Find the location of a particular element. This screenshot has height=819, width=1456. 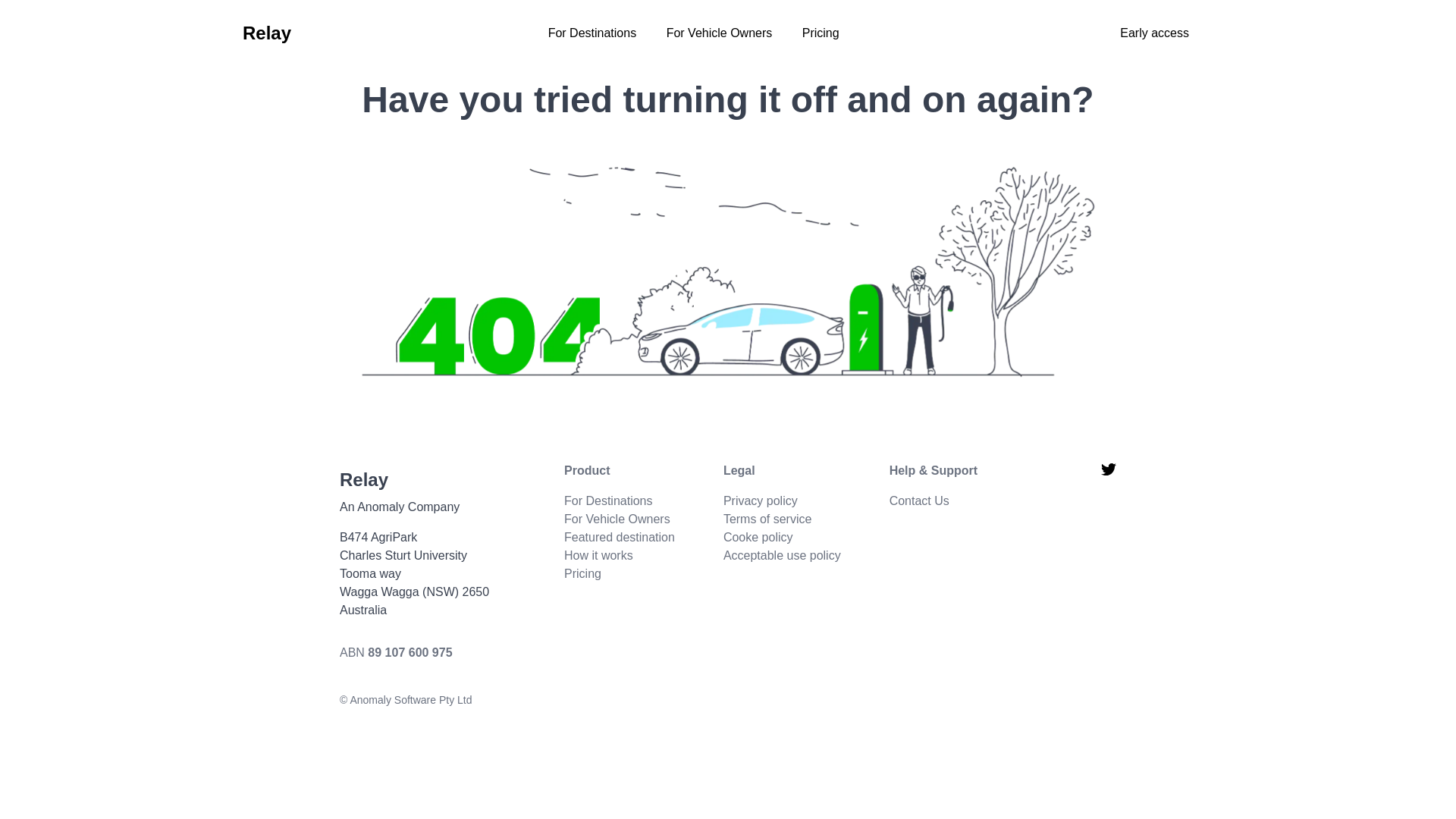

'Pricing' is located at coordinates (801, 33).